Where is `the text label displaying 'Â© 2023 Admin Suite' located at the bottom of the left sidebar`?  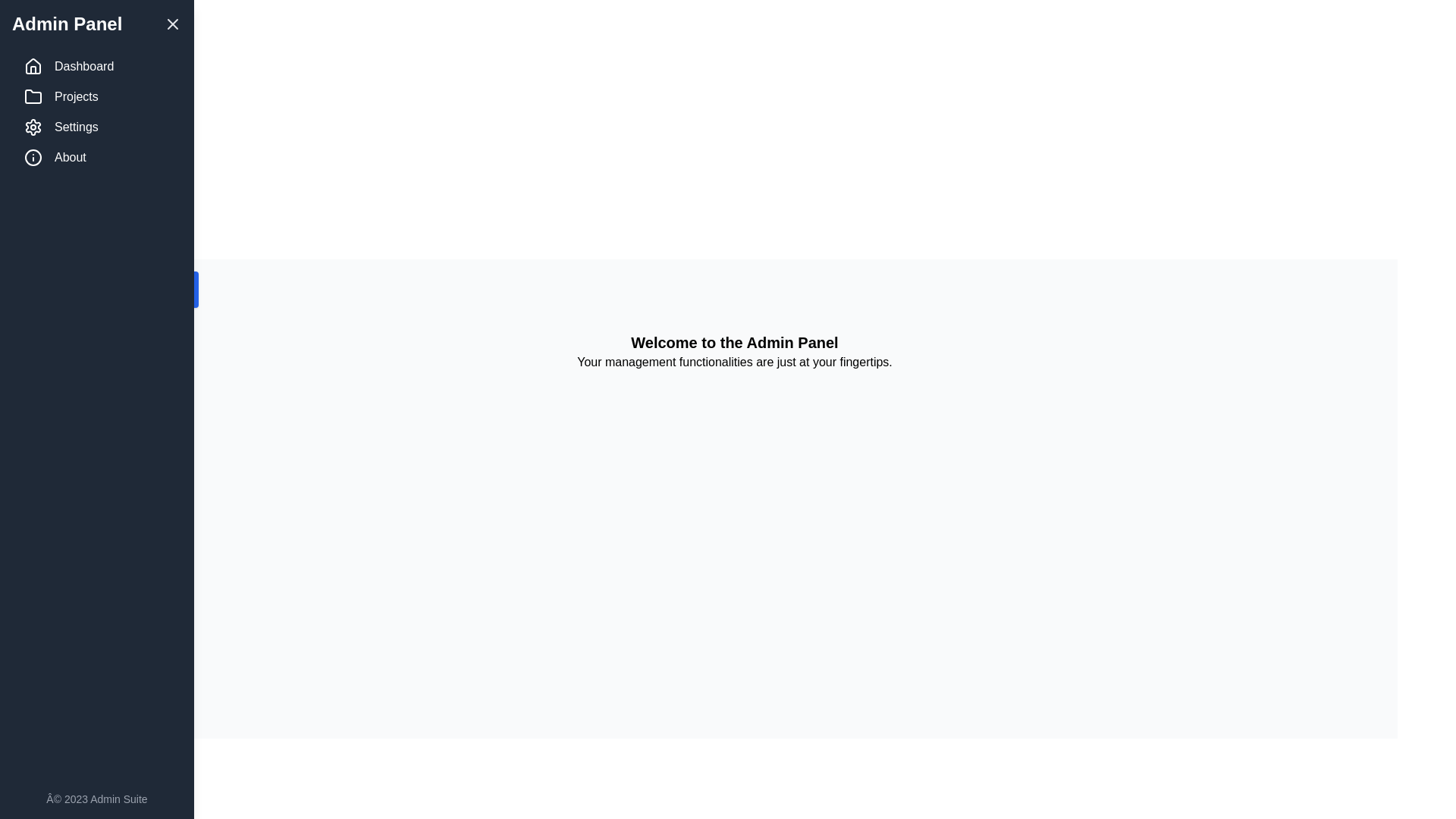 the text label displaying 'Â© 2023 Admin Suite' located at the bottom of the left sidebar is located at coordinates (96, 798).